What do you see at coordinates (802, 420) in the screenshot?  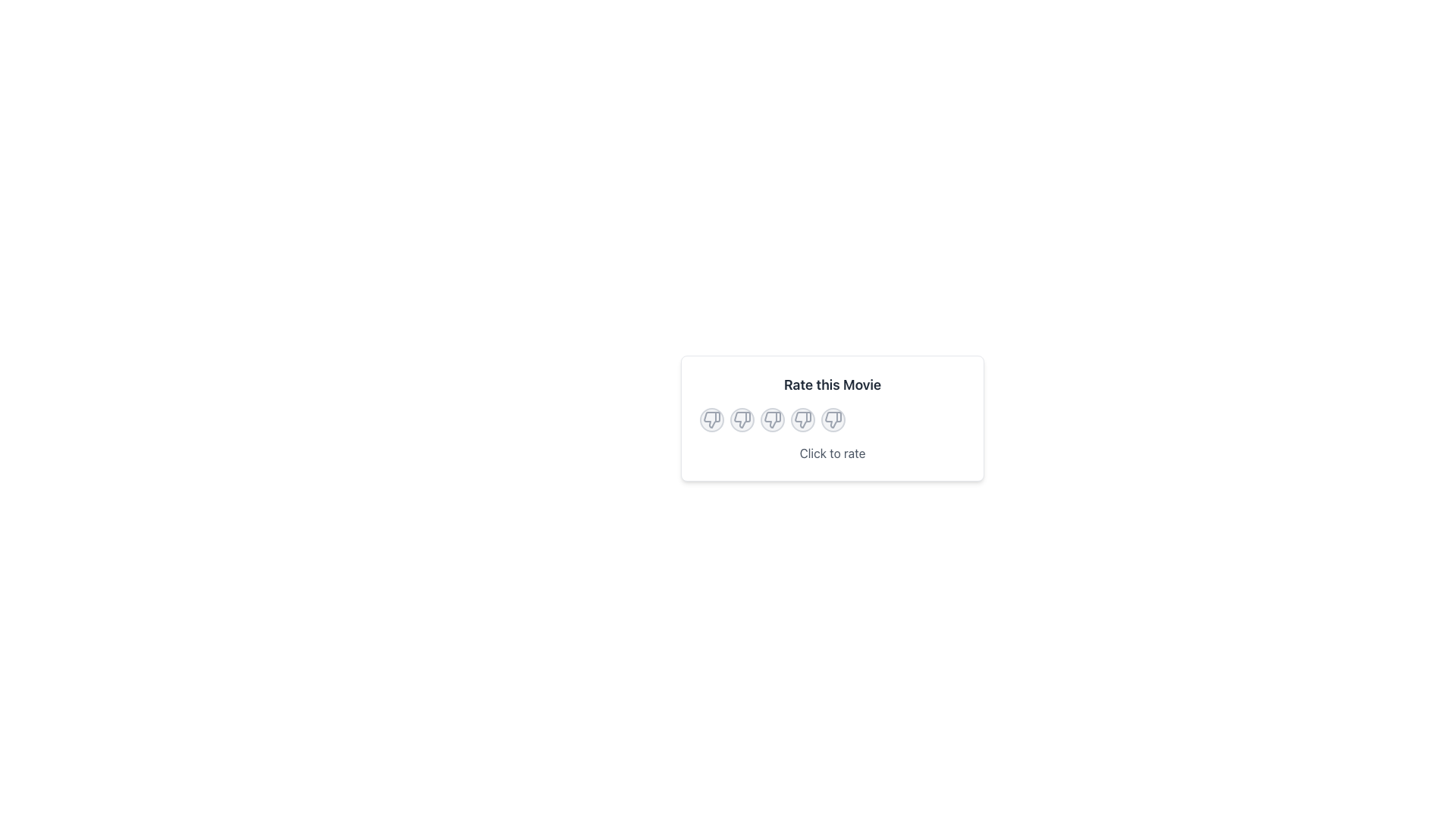 I see `the fourth thumb-down icon for negative rating under the 'Rate this Movie' header` at bounding box center [802, 420].